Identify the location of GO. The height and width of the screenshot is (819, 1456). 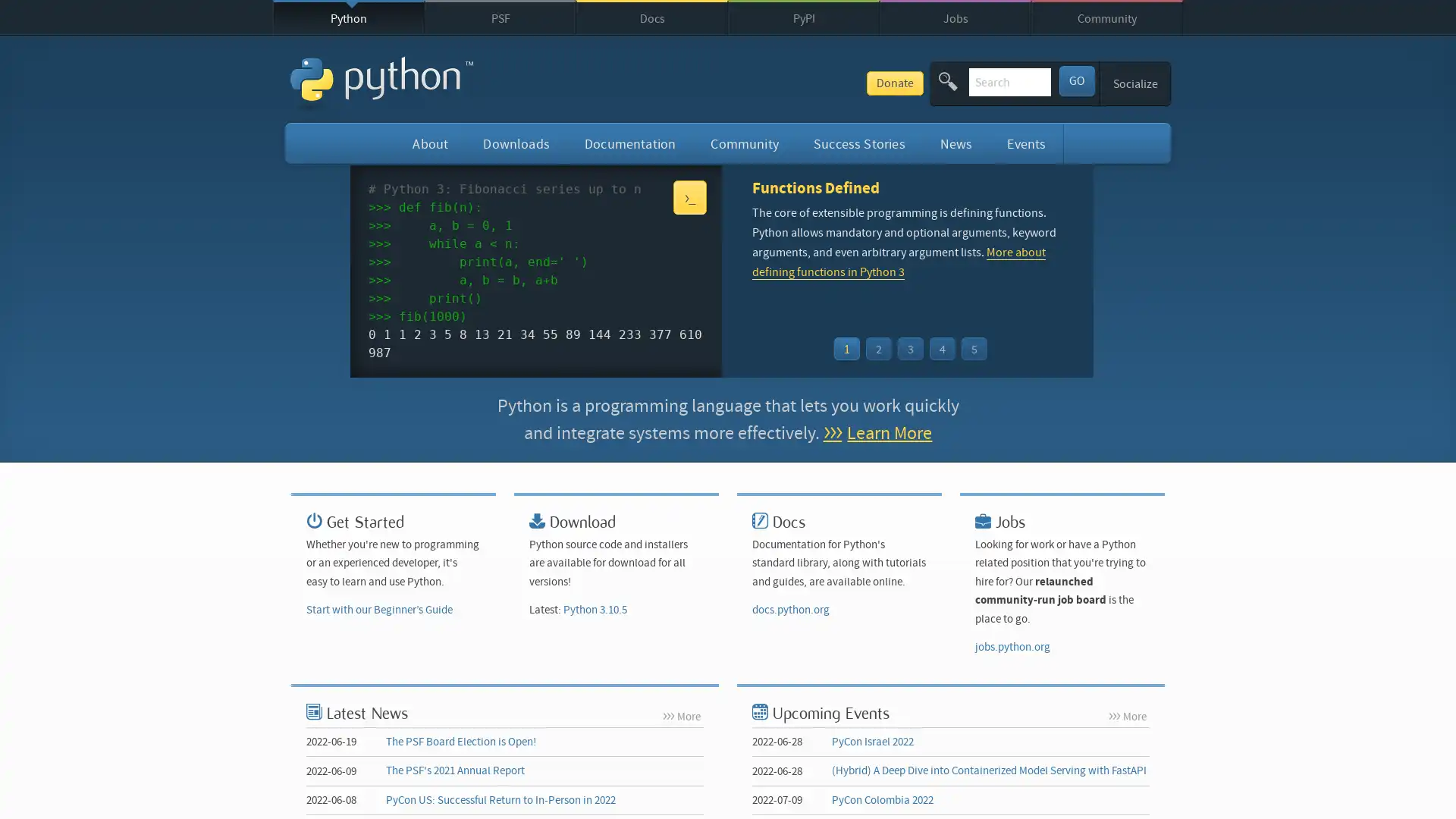
(1075, 80).